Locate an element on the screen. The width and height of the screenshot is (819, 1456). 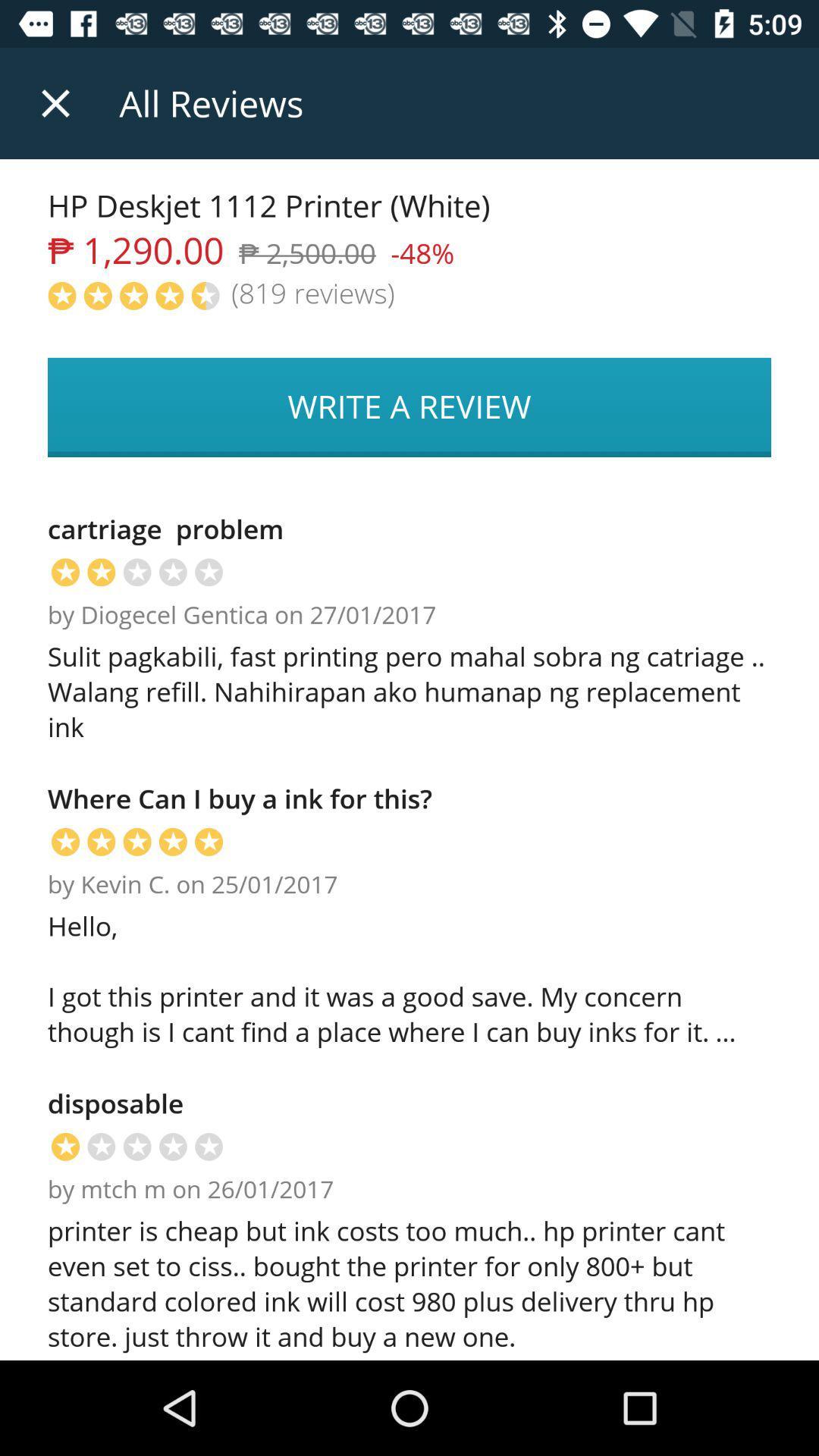
the icon above cartriage  problem is located at coordinates (409, 407).